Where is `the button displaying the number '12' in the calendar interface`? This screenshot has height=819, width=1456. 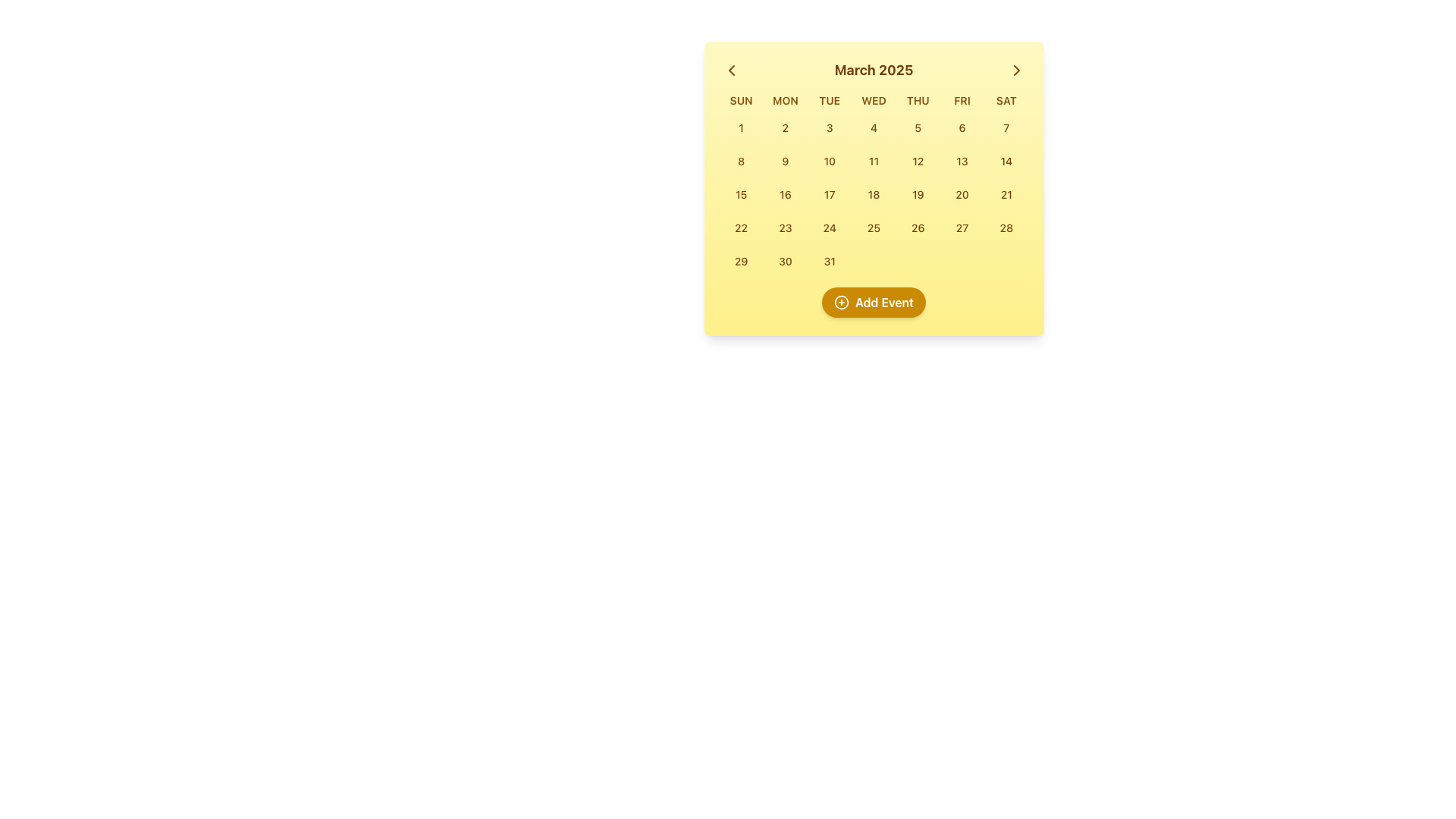 the button displaying the number '12' in the calendar interface is located at coordinates (917, 161).